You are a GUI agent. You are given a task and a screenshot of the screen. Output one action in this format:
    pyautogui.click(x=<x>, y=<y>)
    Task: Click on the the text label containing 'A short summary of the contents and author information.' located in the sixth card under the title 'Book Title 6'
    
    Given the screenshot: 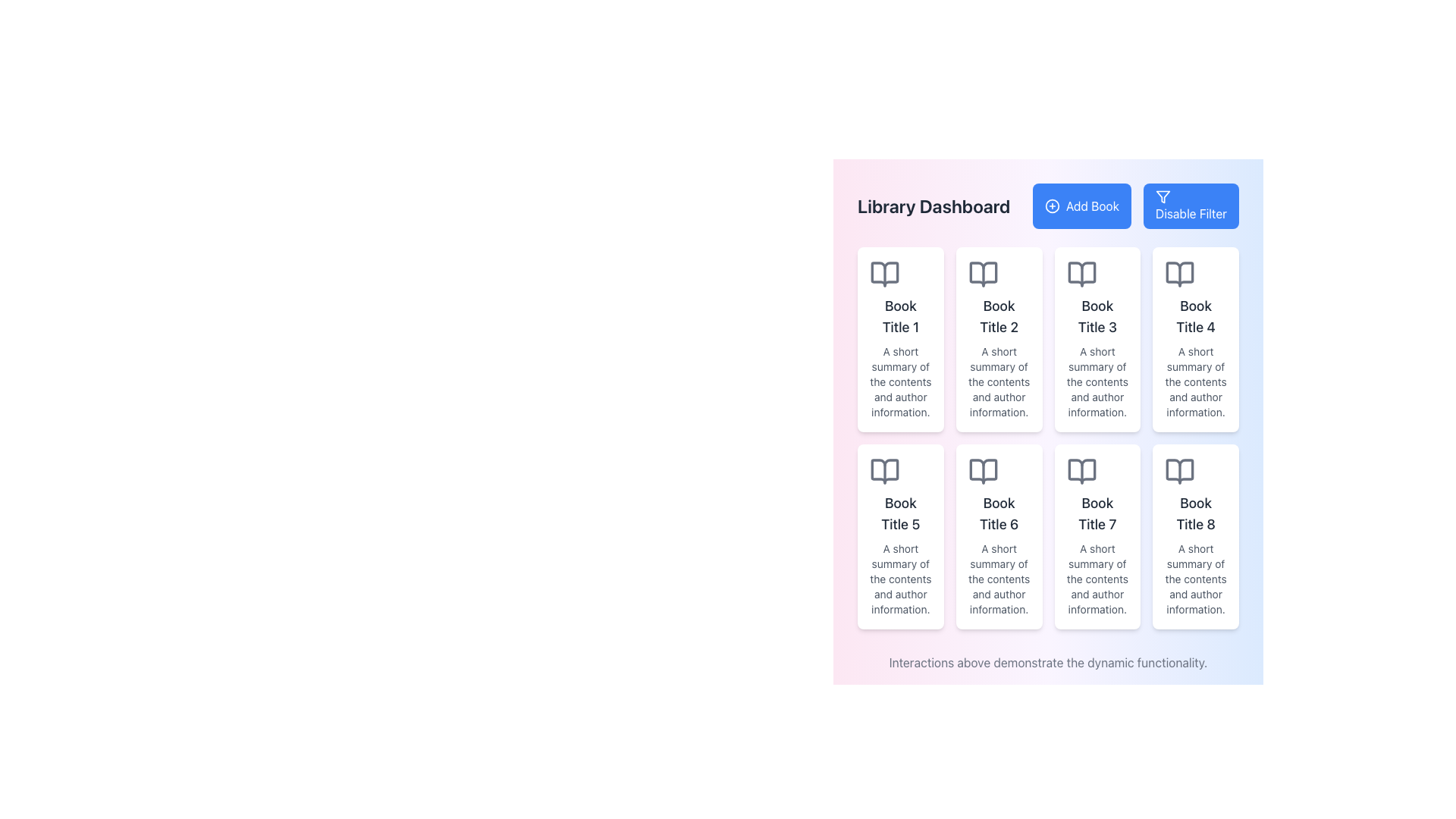 What is the action you would take?
    pyautogui.click(x=999, y=579)
    